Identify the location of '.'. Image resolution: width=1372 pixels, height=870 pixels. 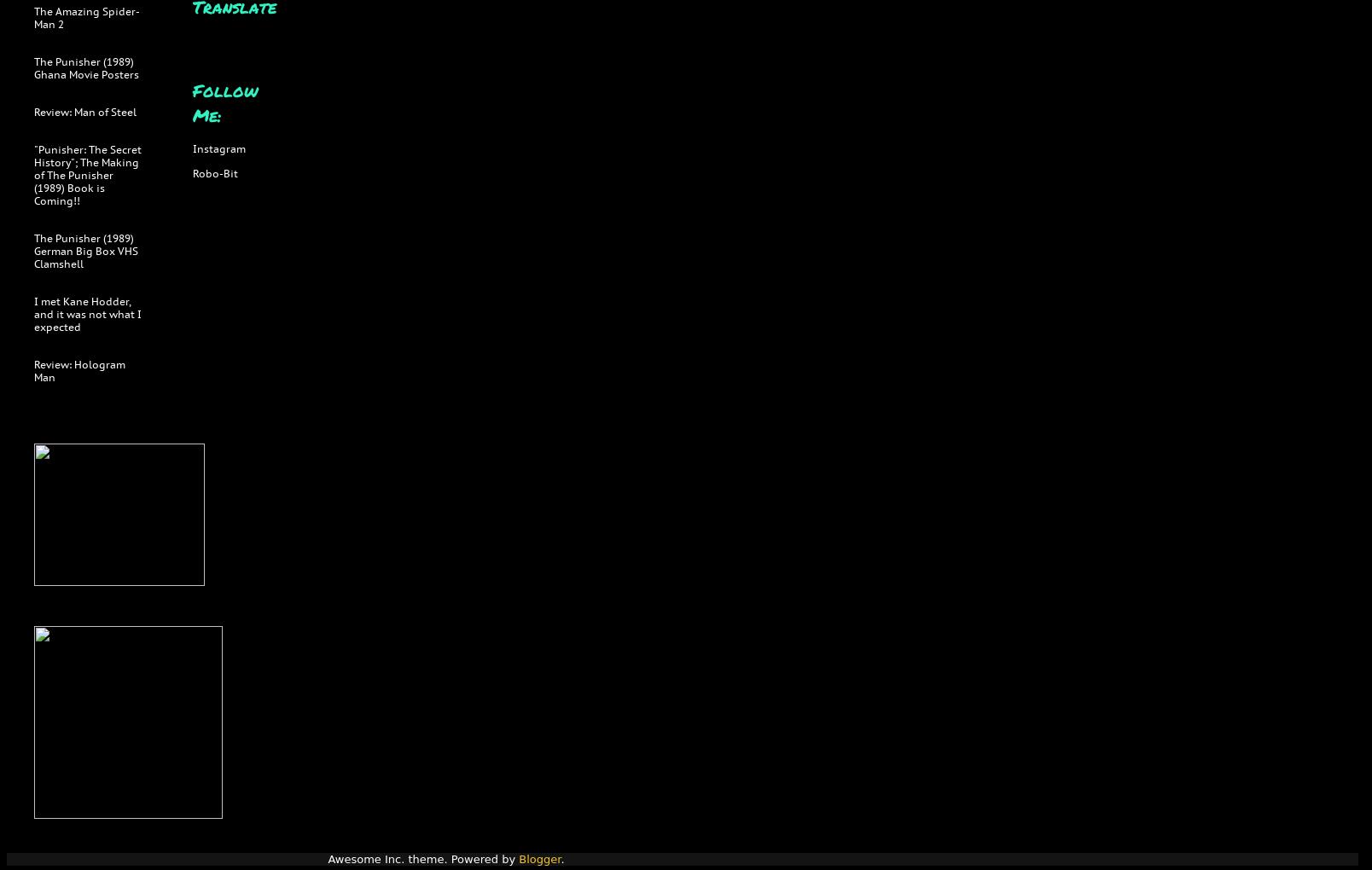
(561, 859).